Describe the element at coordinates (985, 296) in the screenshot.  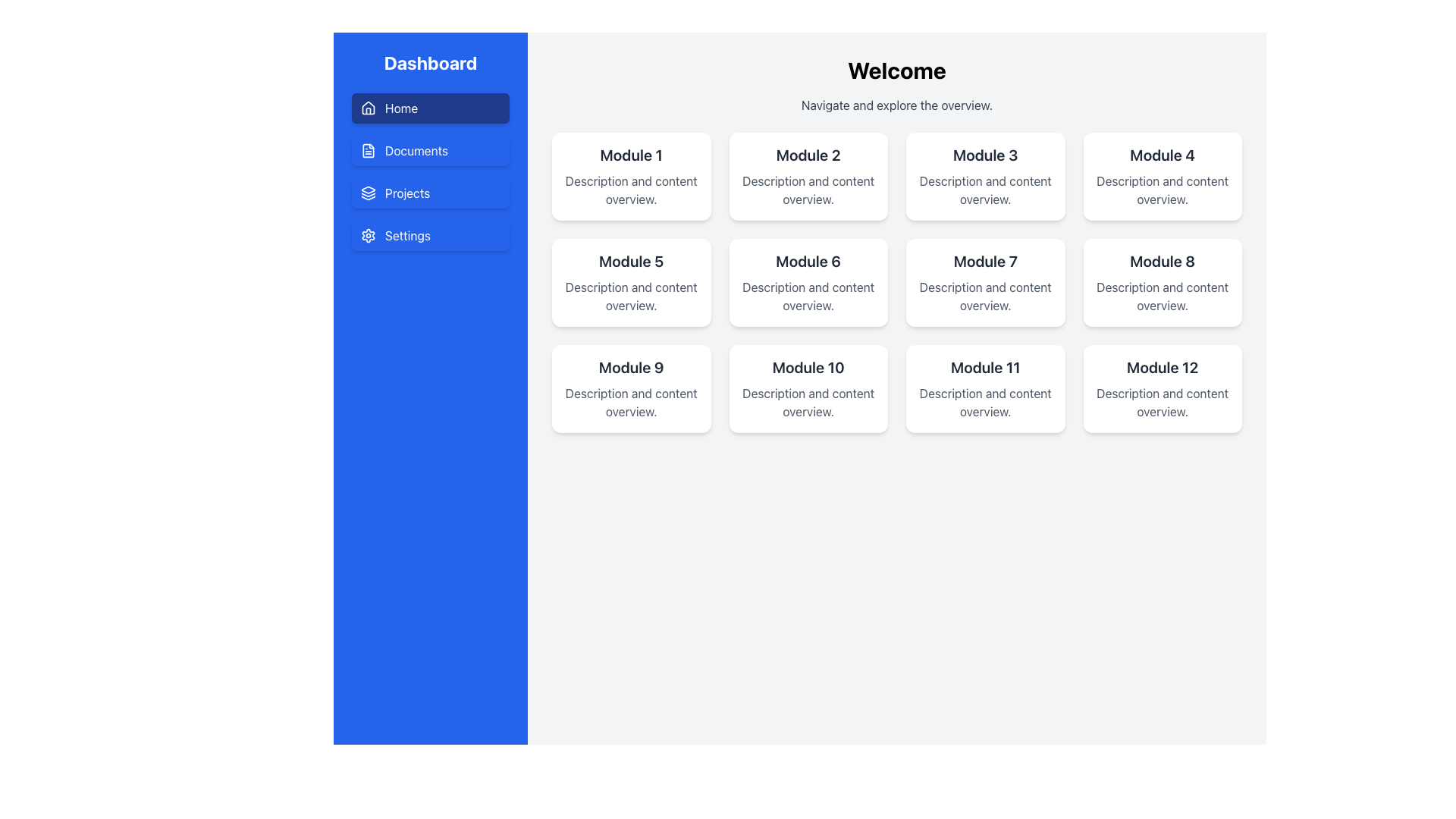
I see `the text block containing the phrase 'Description and content overview' that is styled with gray text color and positioned below the 'Module 7' title within the module's white, rounded, rectangular card box` at that location.